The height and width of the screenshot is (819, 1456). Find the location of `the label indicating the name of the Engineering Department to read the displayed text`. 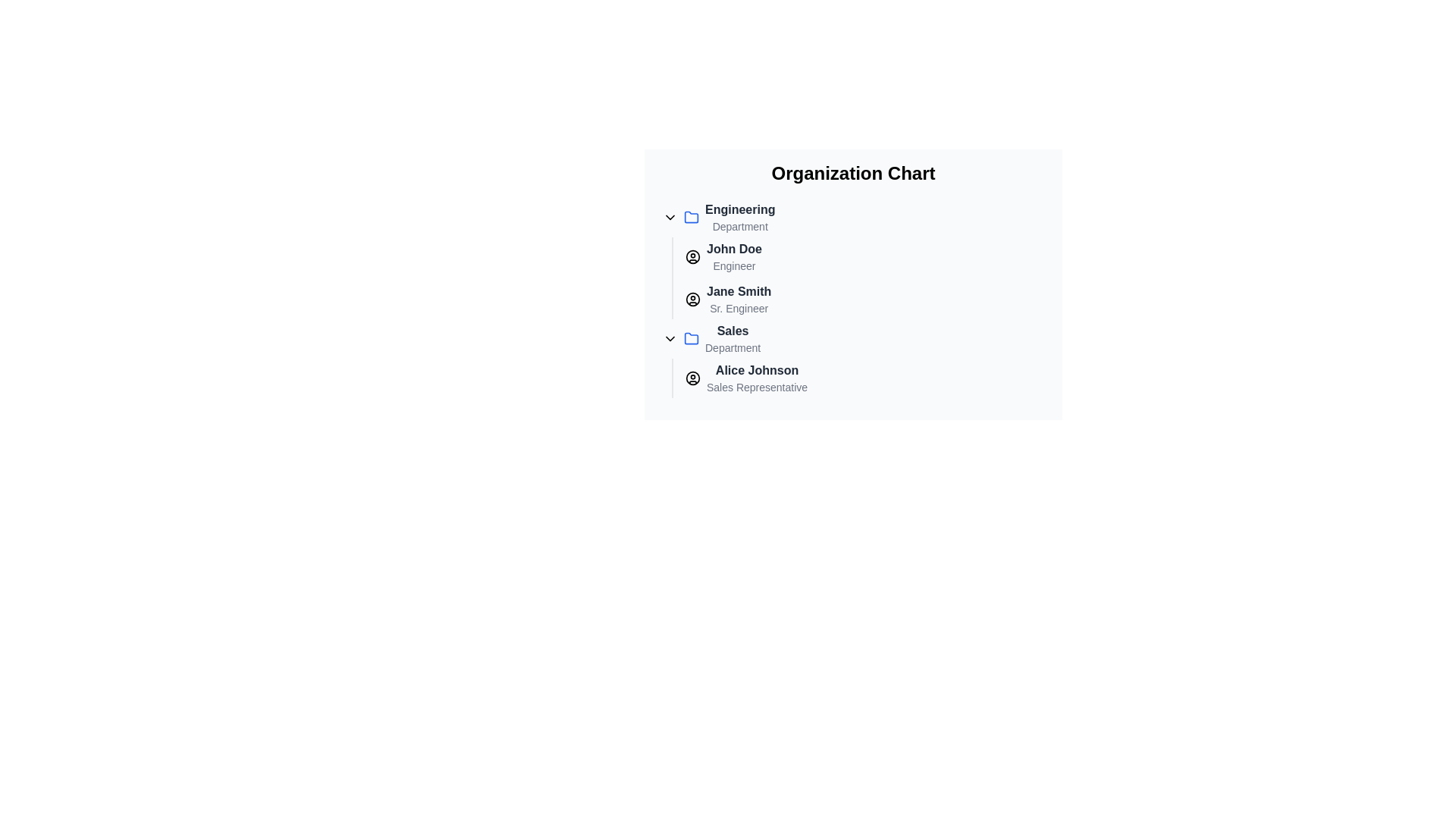

the label indicating the name of the Engineering Department to read the displayed text is located at coordinates (740, 209).